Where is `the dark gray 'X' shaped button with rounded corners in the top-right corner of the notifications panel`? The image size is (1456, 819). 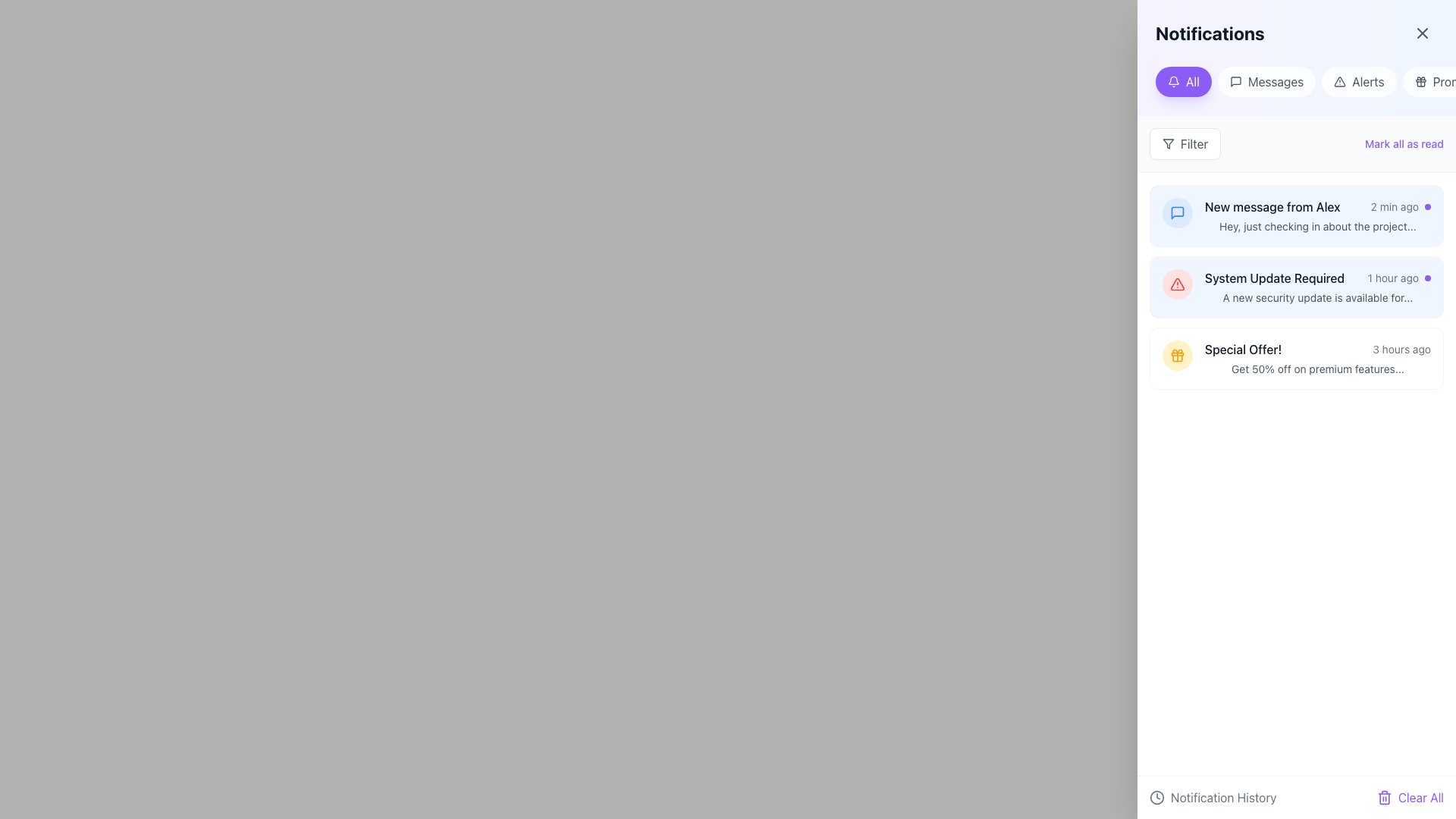
the dark gray 'X' shaped button with rounded corners in the top-right corner of the notifications panel is located at coordinates (1422, 33).